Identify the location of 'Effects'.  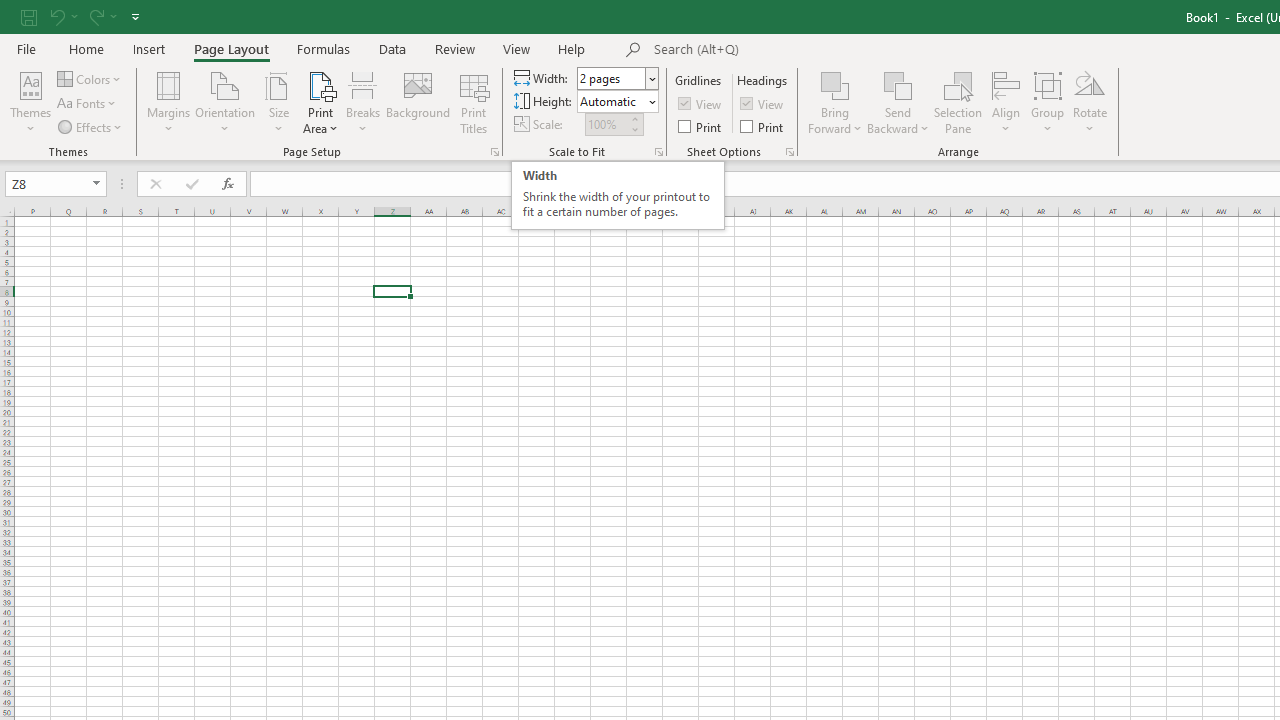
(90, 127).